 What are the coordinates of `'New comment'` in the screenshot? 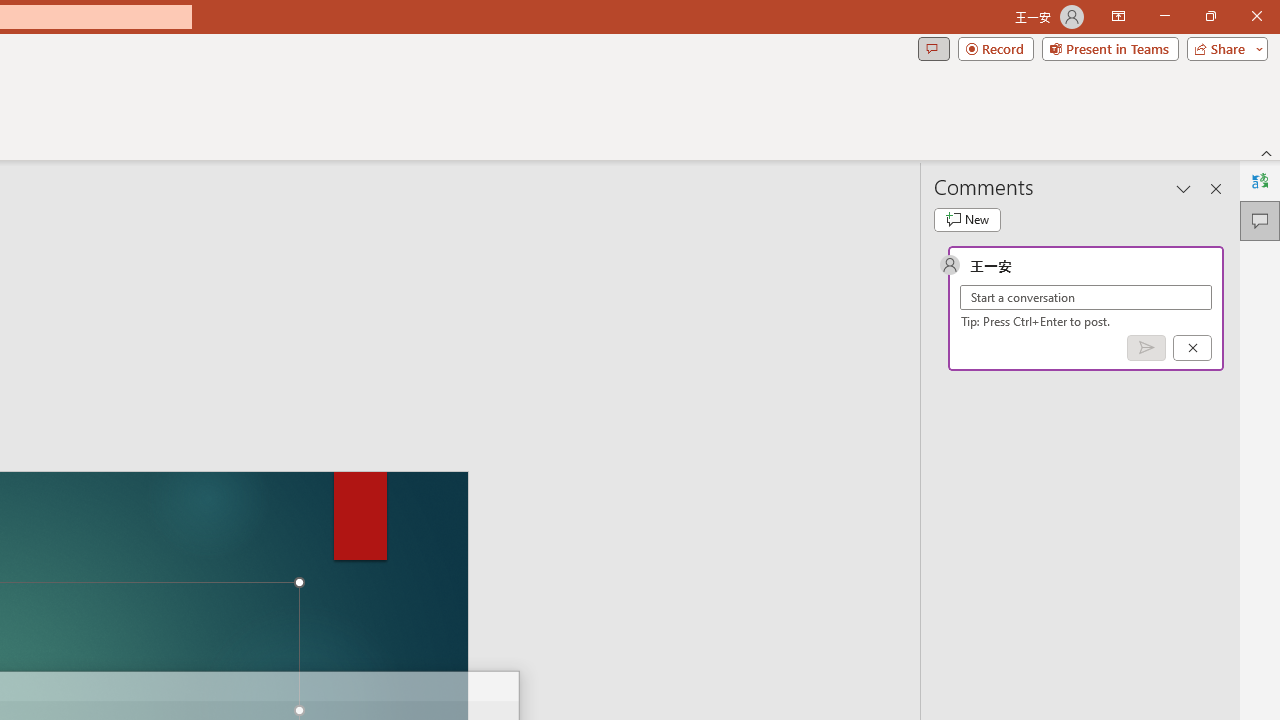 It's located at (967, 219).